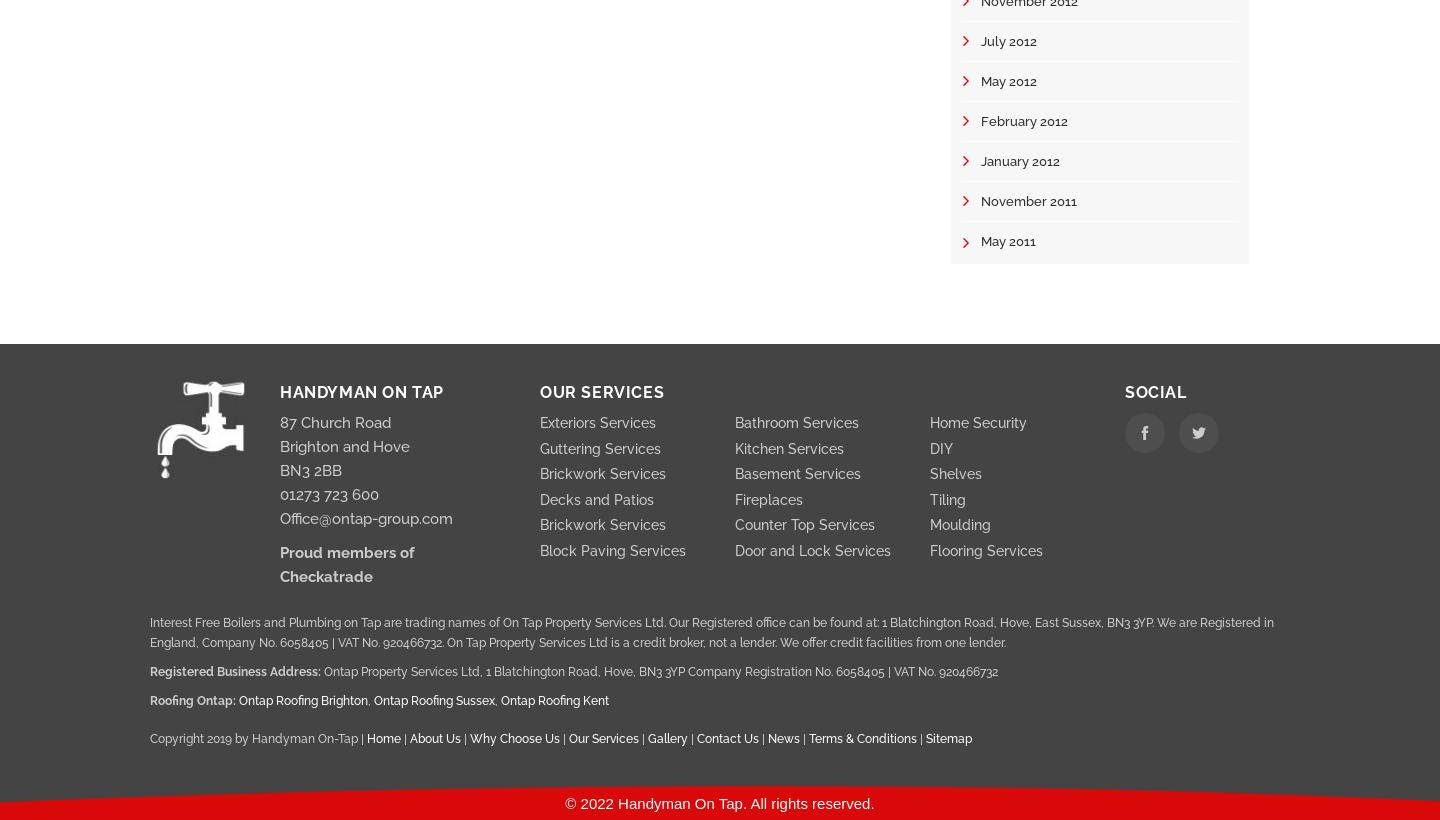 The width and height of the screenshot is (1440, 820). What do you see at coordinates (980, 160) in the screenshot?
I see `'January 2012'` at bounding box center [980, 160].